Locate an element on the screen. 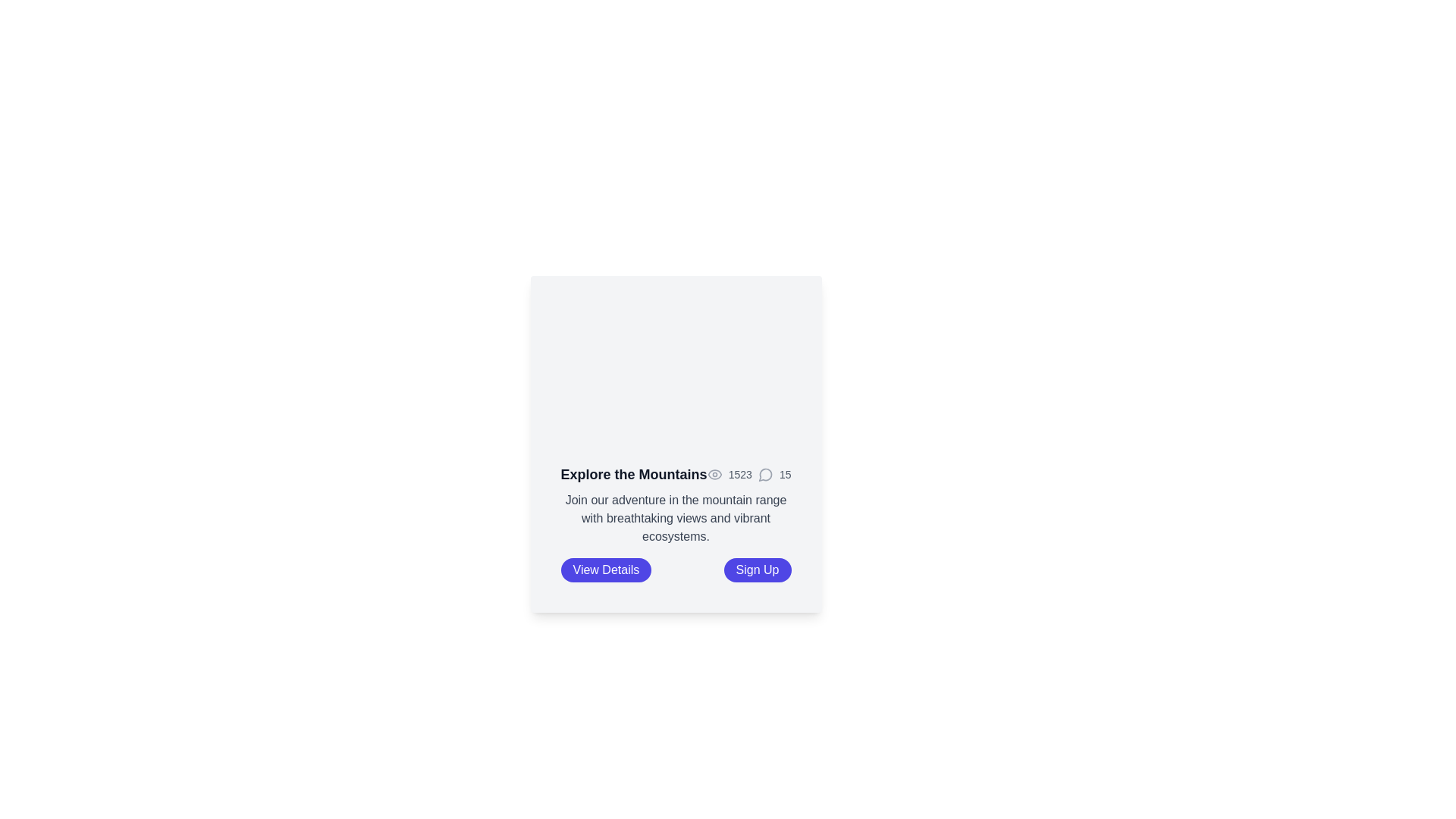  the sign-up button located at the bottom-right corner of the card layout, adjacent to the 'View Details' button is located at coordinates (757, 570).